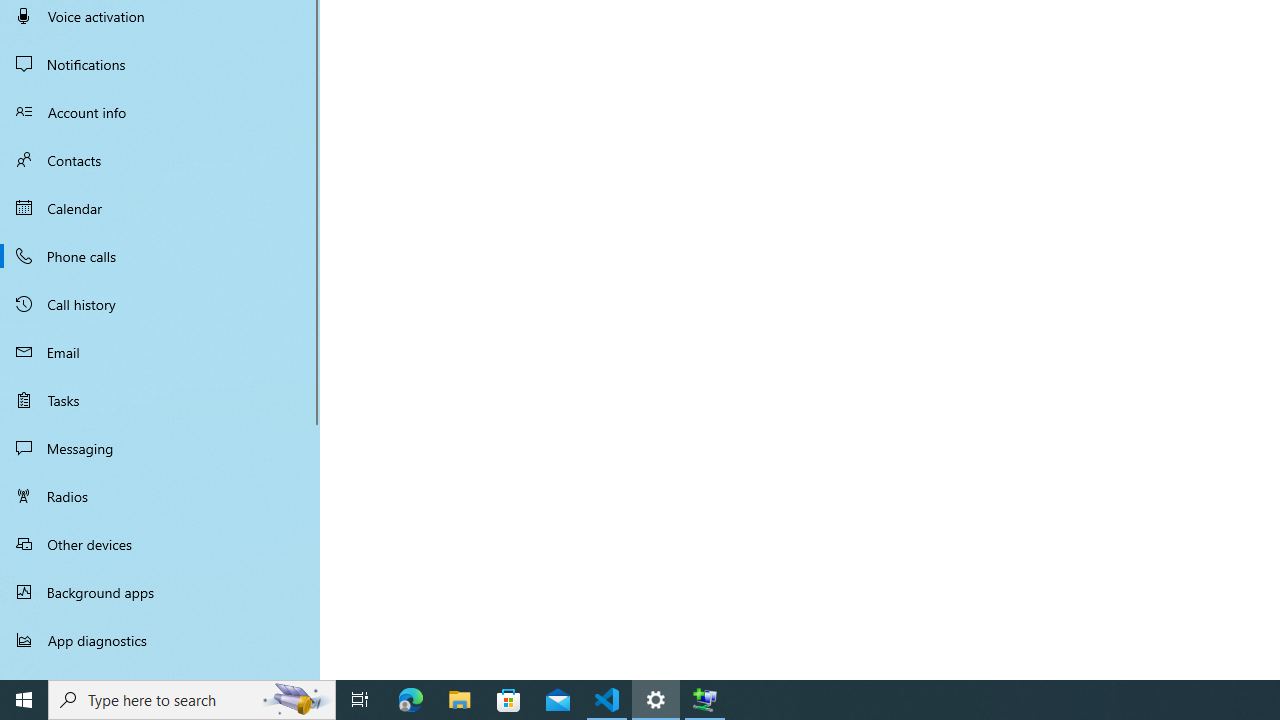 The width and height of the screenshot is (1280, 720). I want to click on 'Account info', so click(160, 111).